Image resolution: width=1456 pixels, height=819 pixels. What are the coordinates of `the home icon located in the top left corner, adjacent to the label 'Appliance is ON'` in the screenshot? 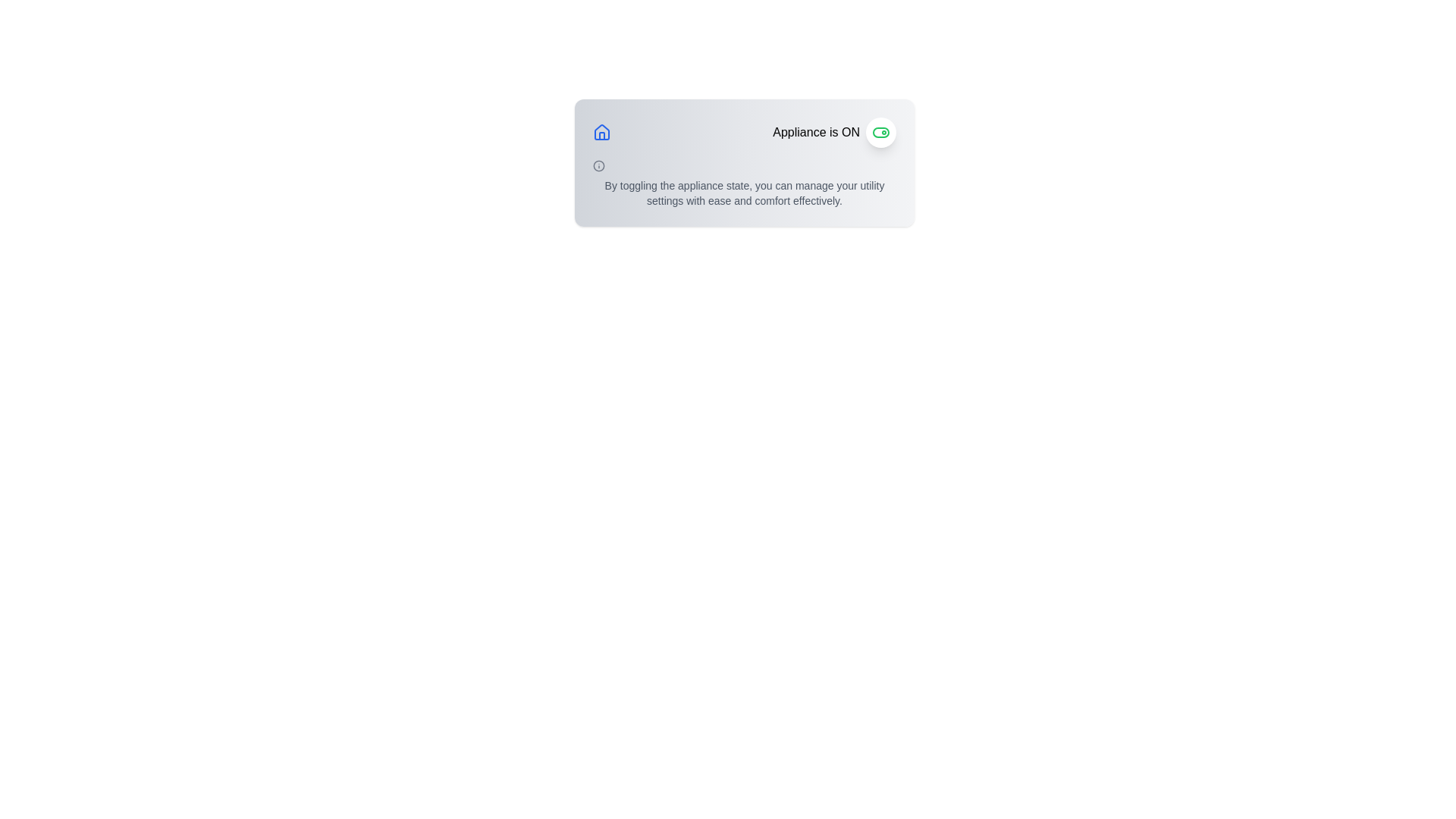 It's located at (601, 131).